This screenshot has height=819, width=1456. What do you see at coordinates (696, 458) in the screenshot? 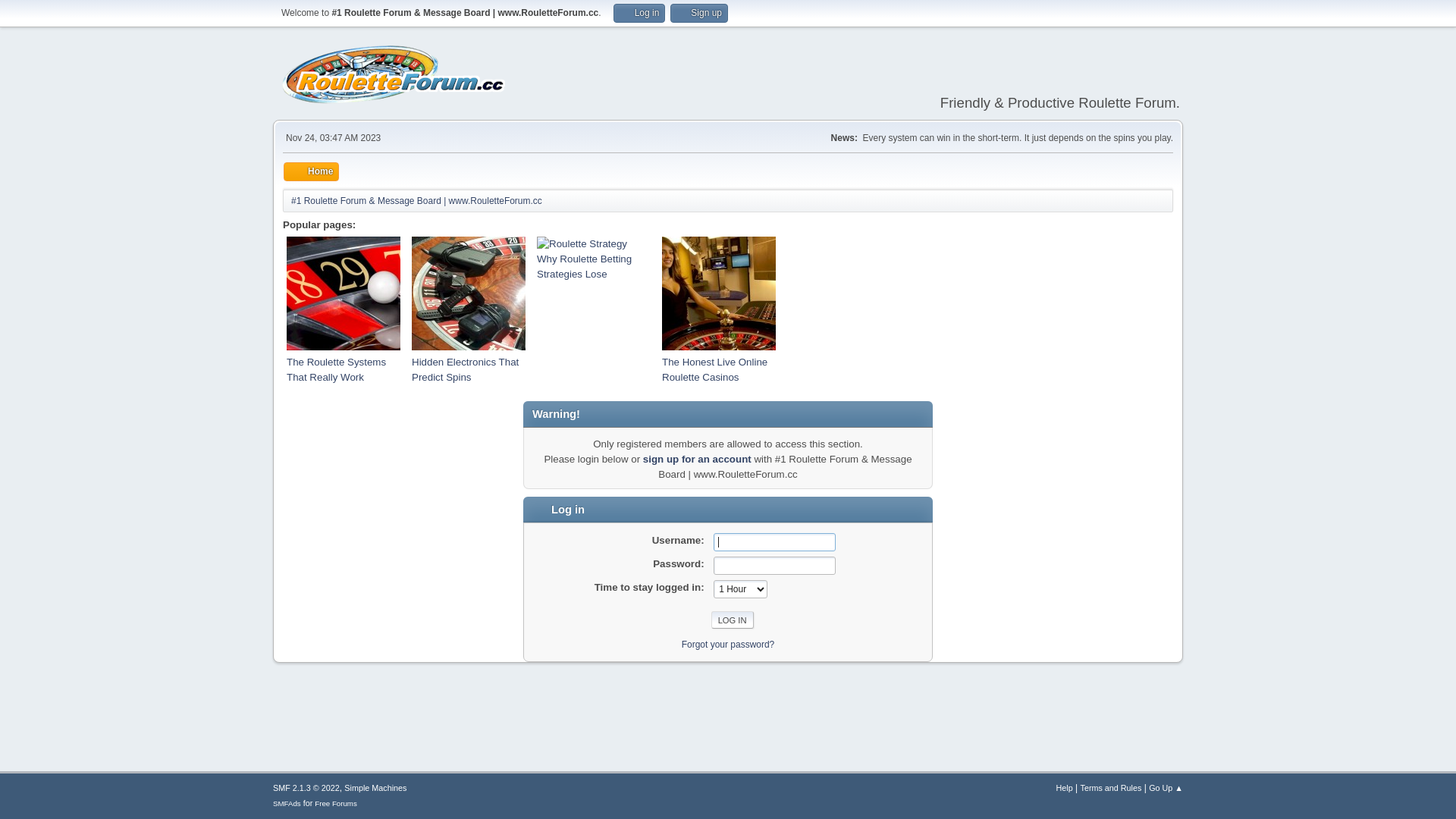
I see `'sign up for an account'` at bounding box center [696, 458].